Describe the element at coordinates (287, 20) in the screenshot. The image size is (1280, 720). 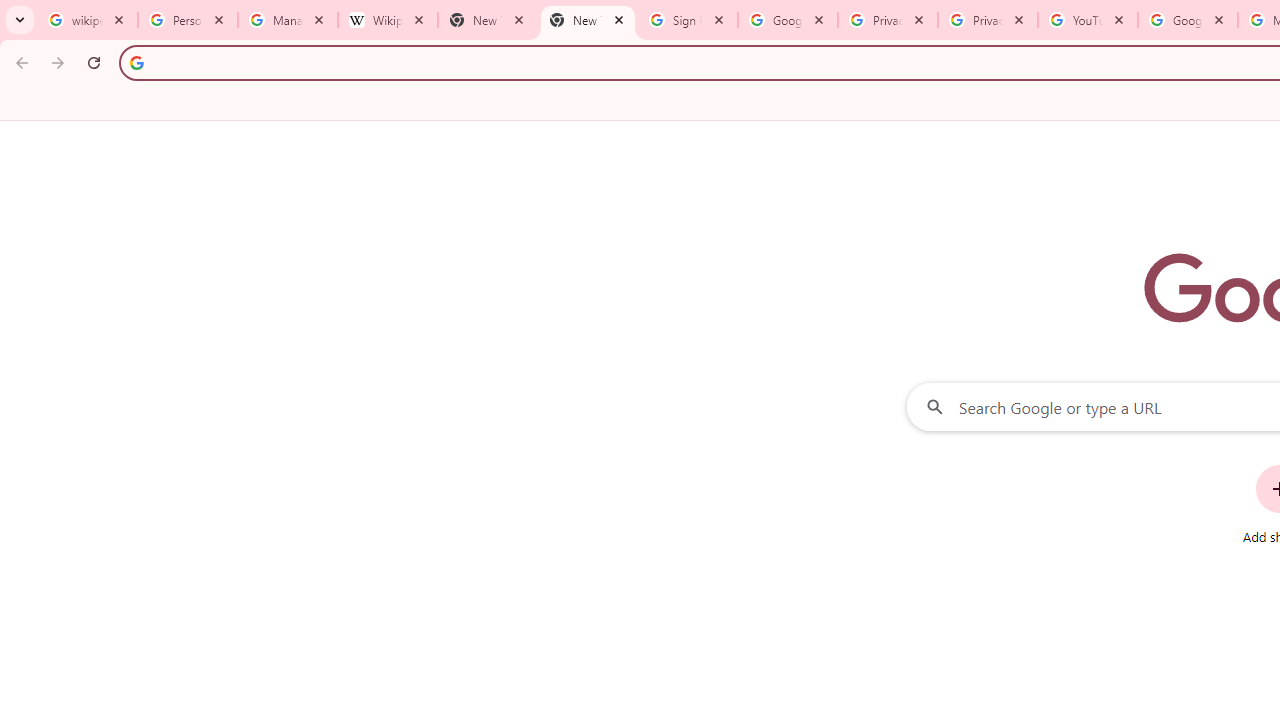
I see `'Manage your Location History - Google Search Help'` at that location.